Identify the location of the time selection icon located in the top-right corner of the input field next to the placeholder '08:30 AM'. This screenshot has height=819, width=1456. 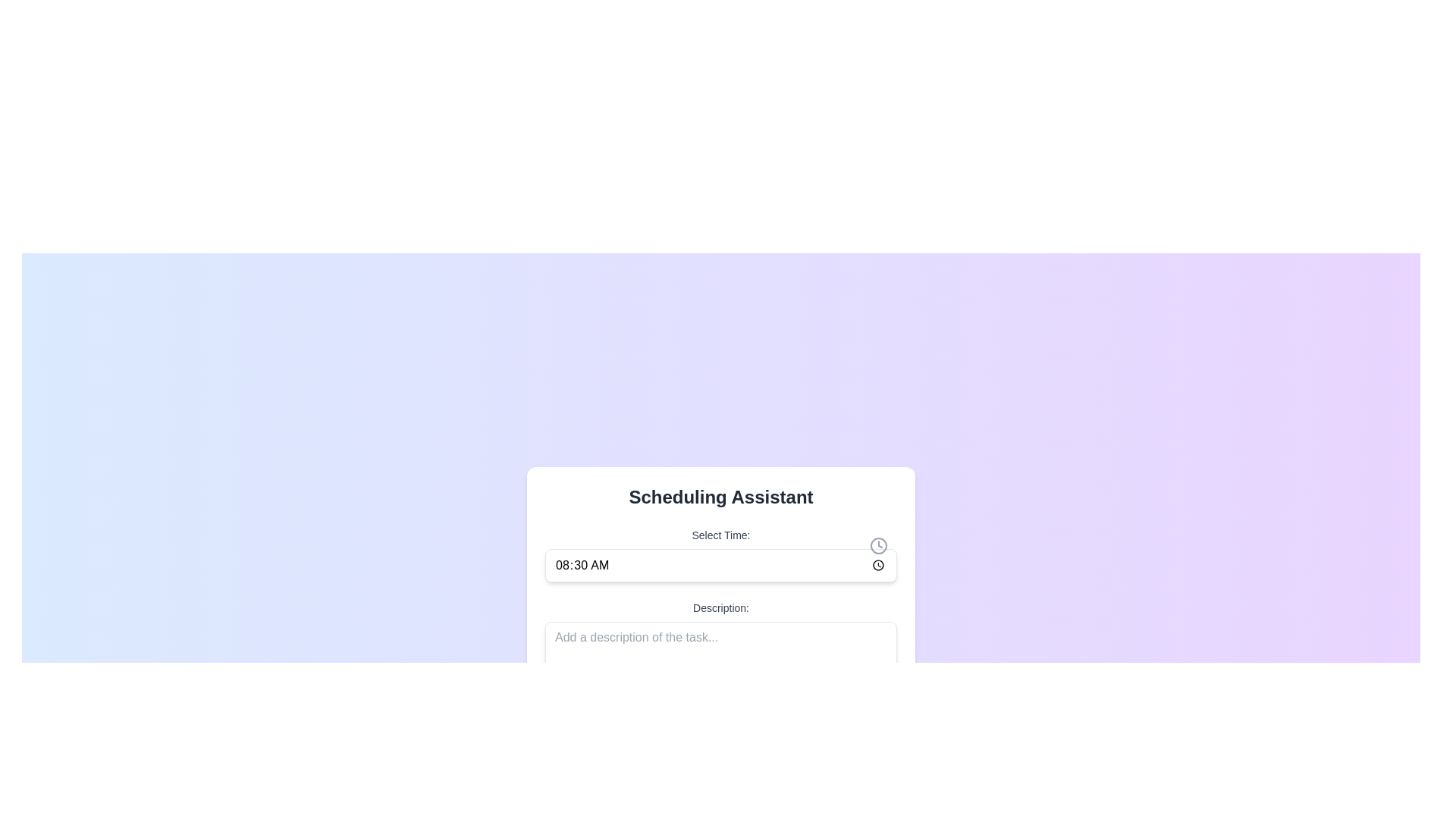
(878, 544).